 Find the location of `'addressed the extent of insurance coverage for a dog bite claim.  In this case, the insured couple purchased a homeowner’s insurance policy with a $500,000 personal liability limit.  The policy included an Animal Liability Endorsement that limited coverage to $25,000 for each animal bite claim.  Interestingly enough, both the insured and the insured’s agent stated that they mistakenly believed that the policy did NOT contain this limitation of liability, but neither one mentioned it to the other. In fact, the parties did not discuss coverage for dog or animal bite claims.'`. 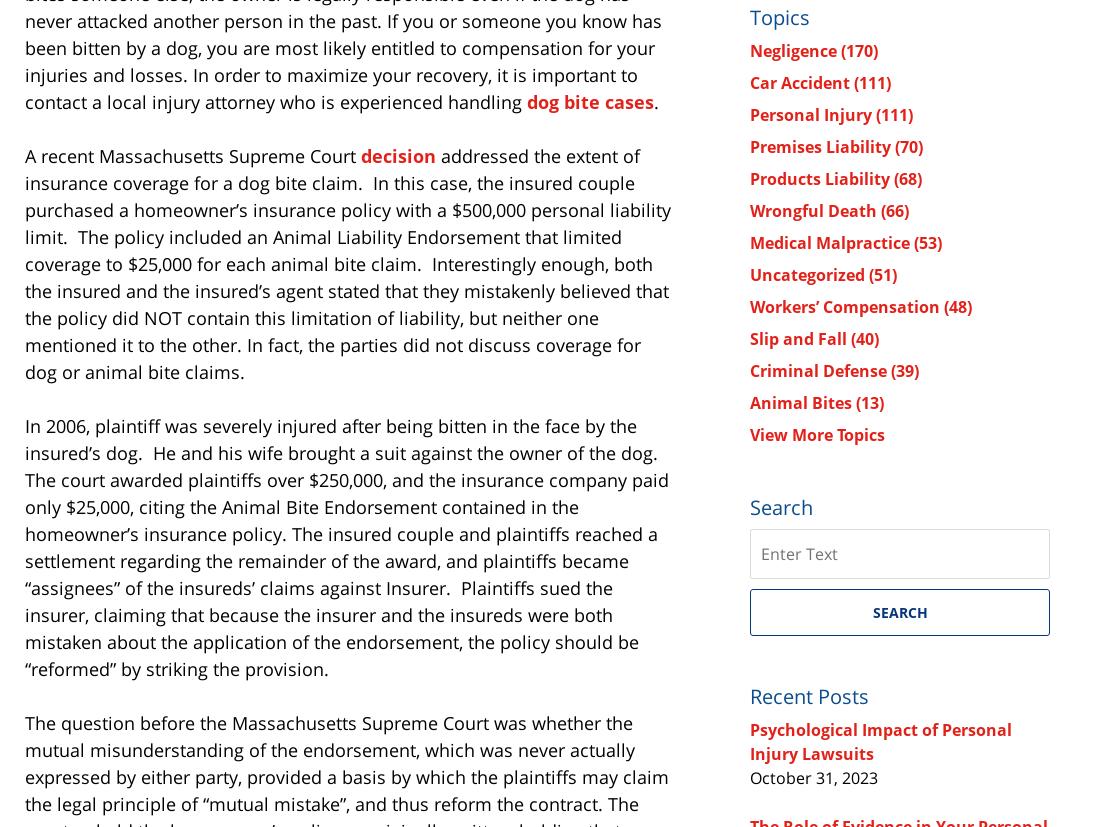

'addressed the extent of insurance coverage for a dog bite claim.  In this case, the insured couple purchased a homeowner’s insurance policy with a $500,000 personal liability limit.  The policy included an Animal Liability Endorsement that limited coverage to $25,000 for each animal bite claim.  Interestingly enough, both the insured and the insured’s agent stated that they mistakenly believed that the policy did NOT contain this limitation of liability, but neither one mentioned it to the other. In fact, the parties did not discuss coverage for dog or animal bite claims.' is located at coordinates (348, 262).